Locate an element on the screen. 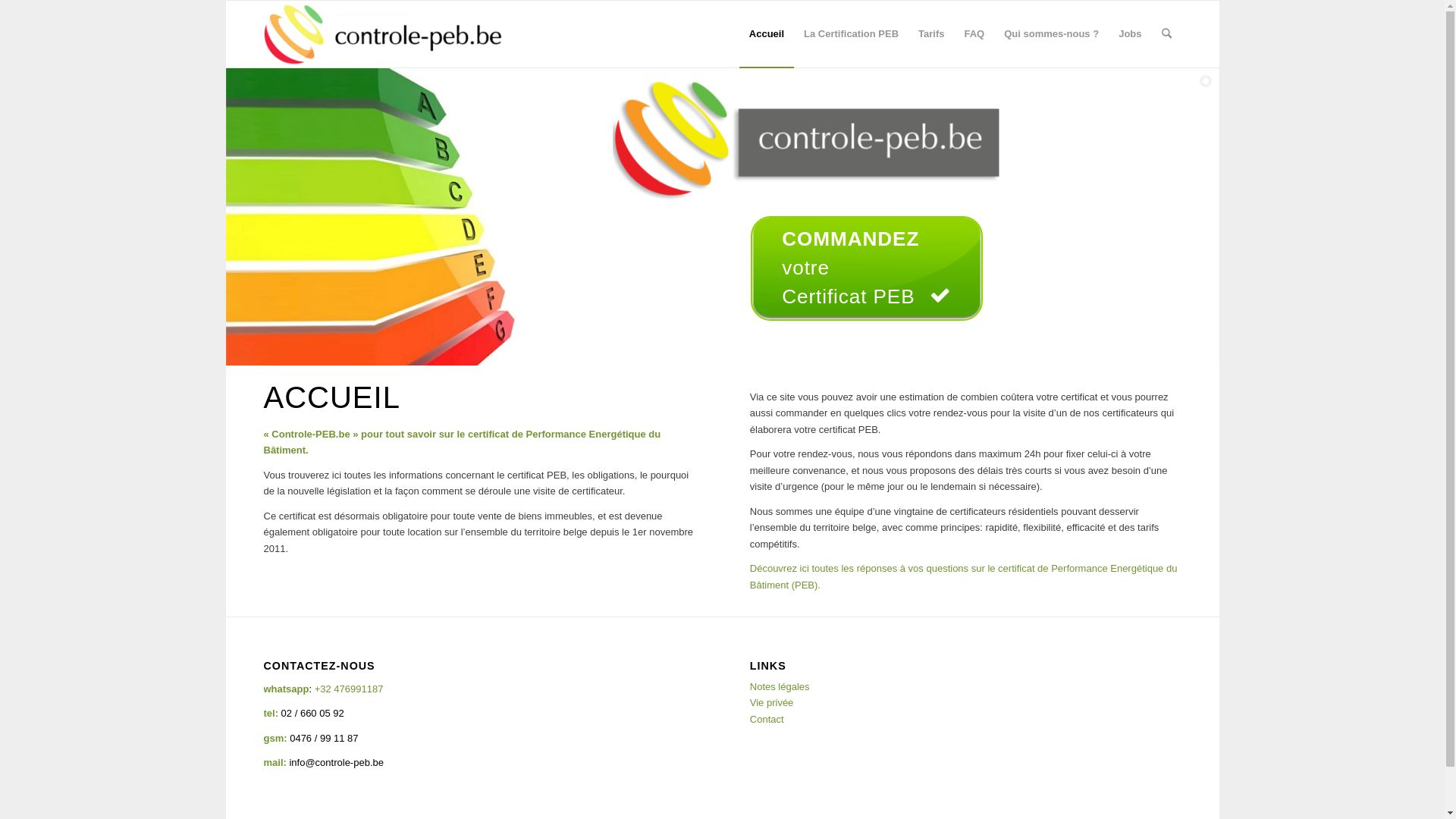 The width and height of the screenshot is (1456, 819). 'Jobs' is located at coordinates (1129, 34).